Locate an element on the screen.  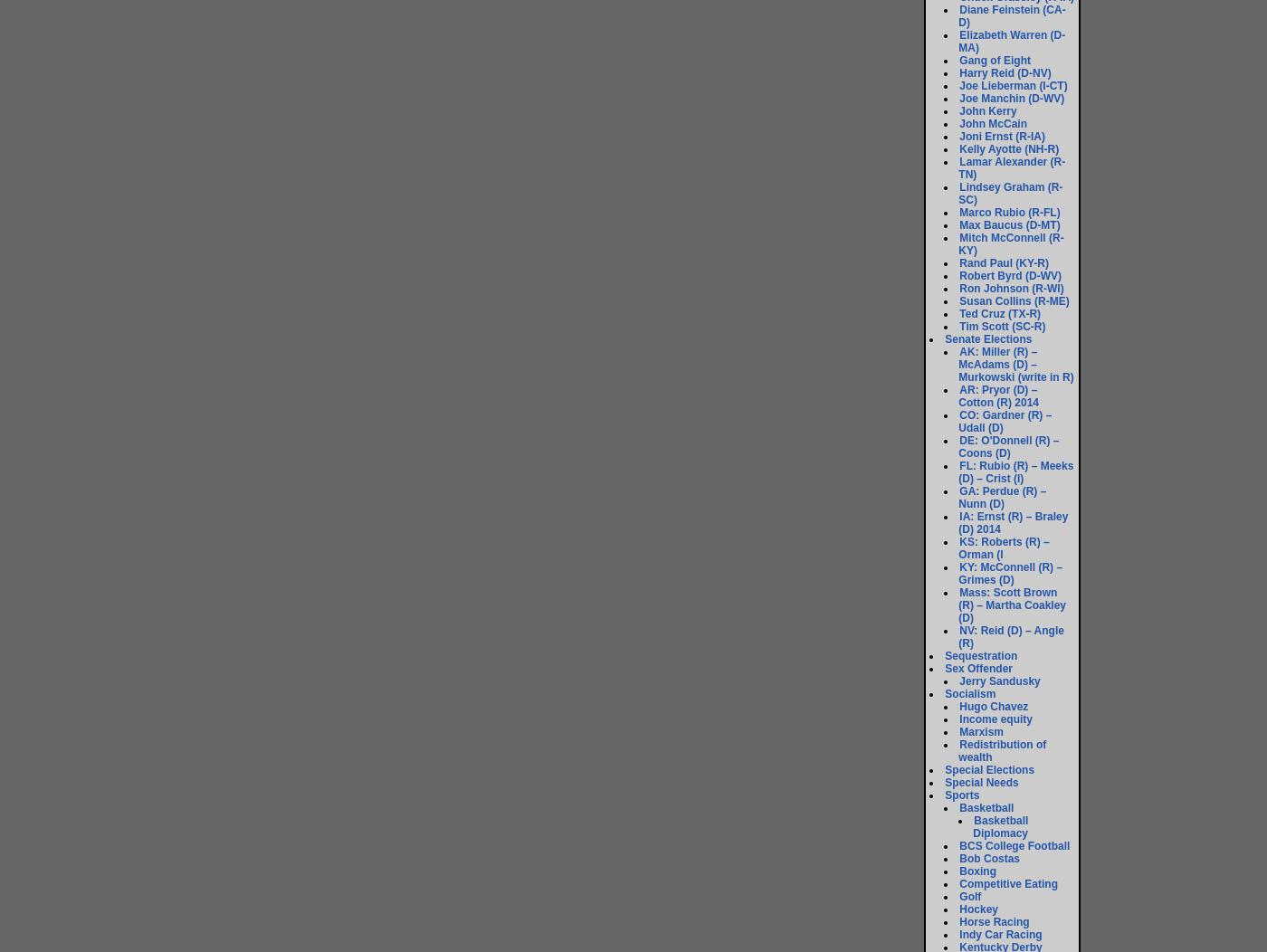
'Income equity' is located at coordinates (995, 719).